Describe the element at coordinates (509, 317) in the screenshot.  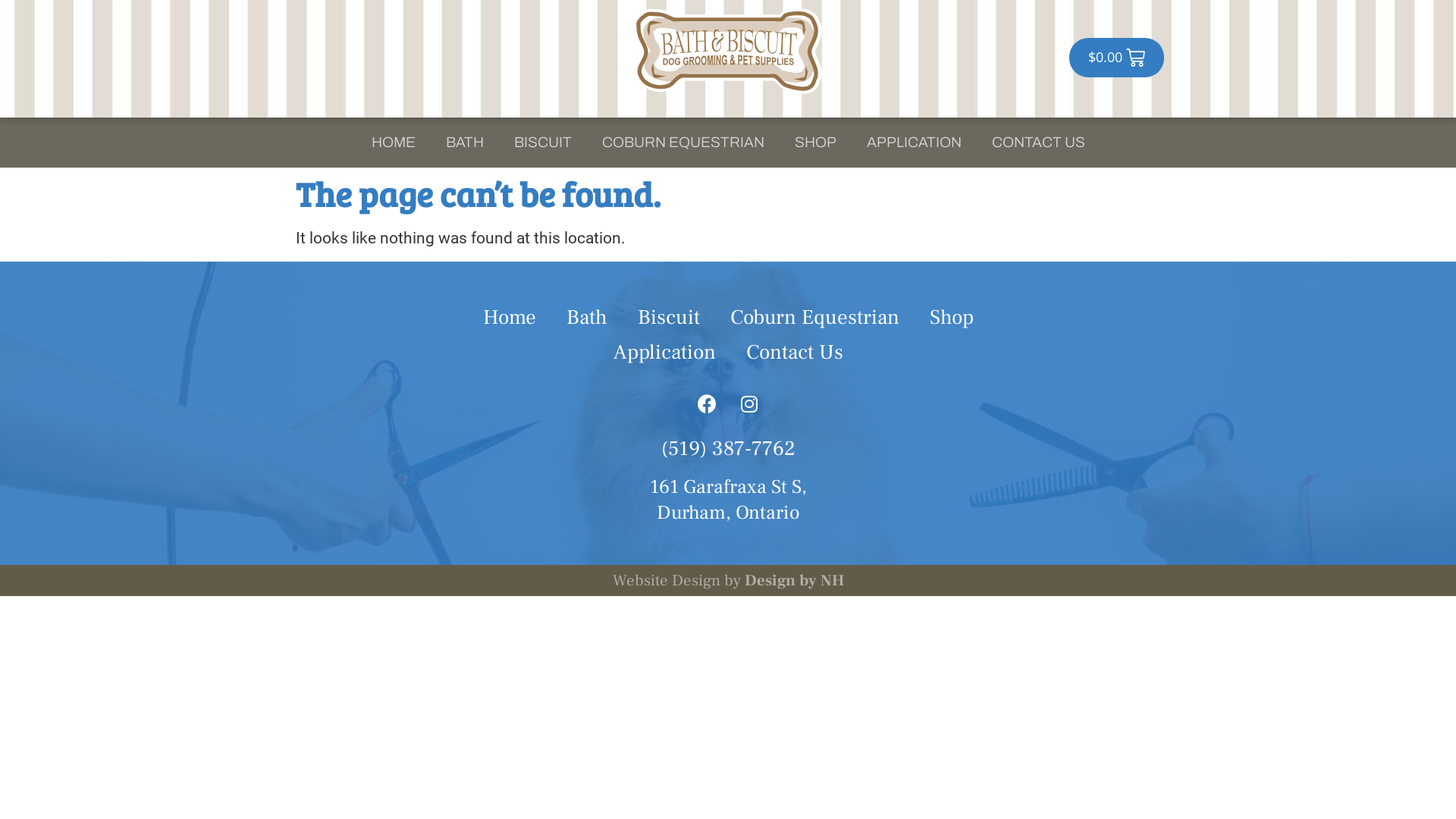
I see `'Home'` at that location.